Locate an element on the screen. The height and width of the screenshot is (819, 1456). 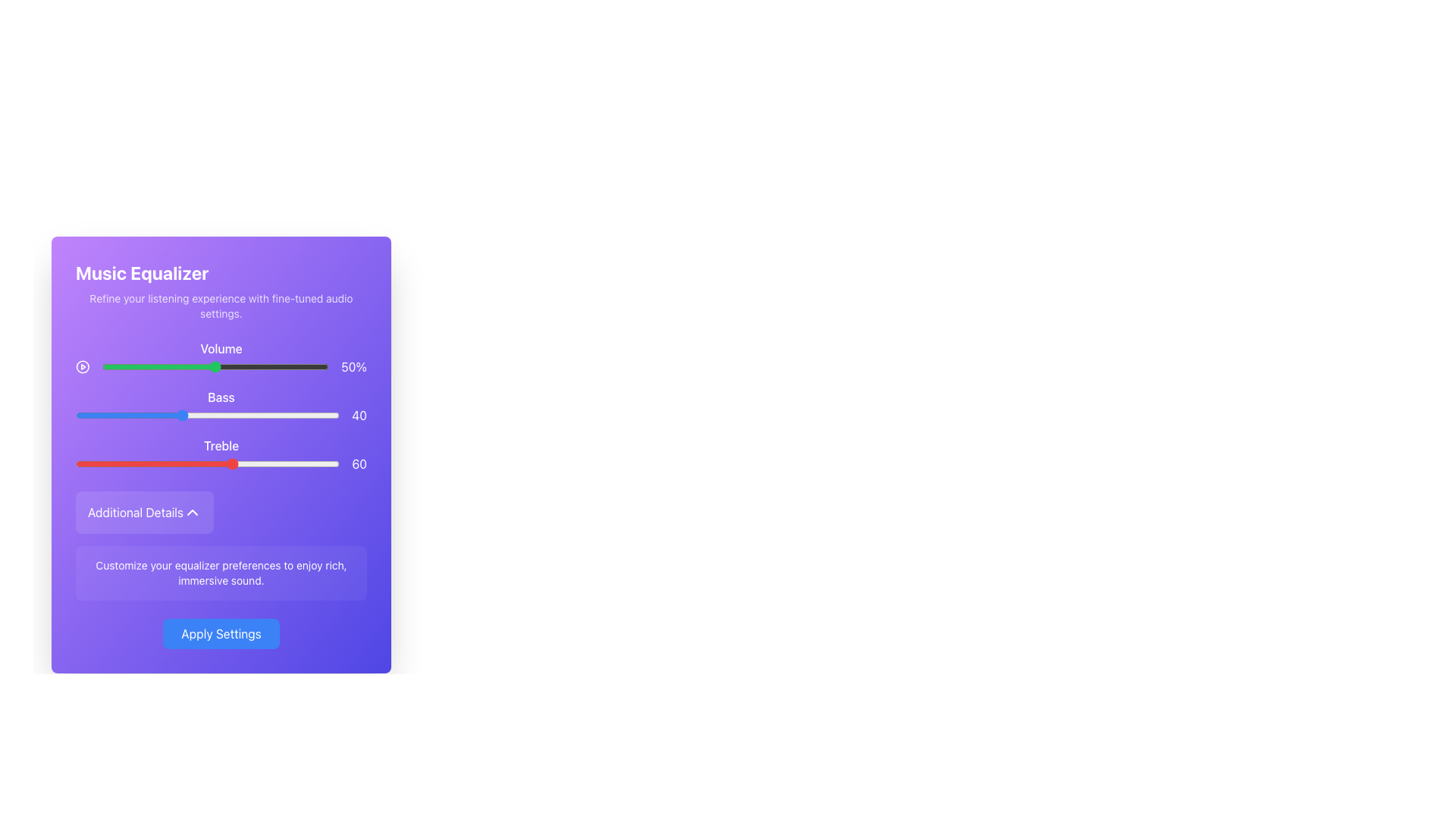
the chevron-up icon located to the right of the 'Additional Details' text in the Music Equalizer interface is located at coordinates (192, 512).